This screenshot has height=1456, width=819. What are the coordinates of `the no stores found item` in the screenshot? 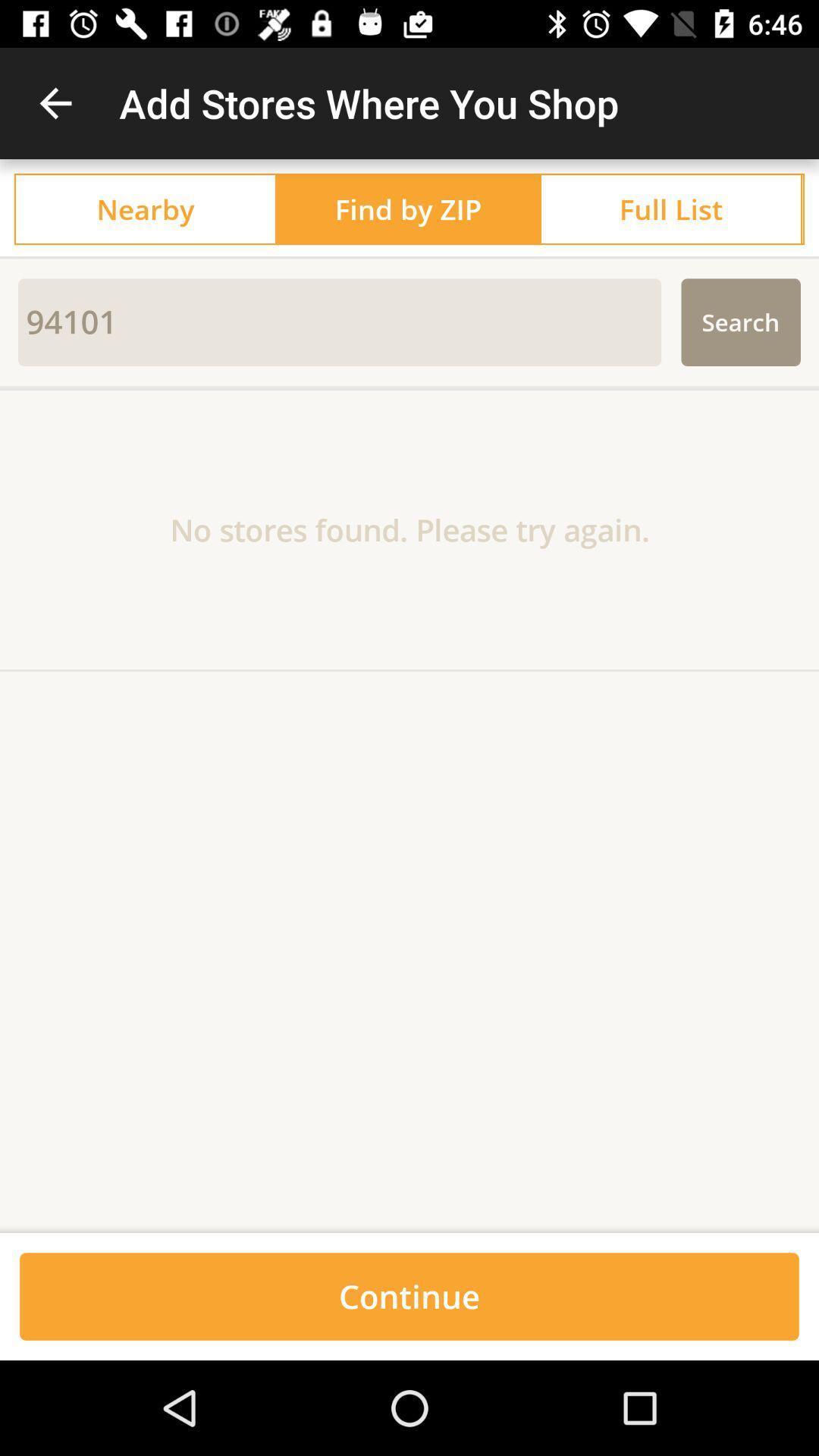 It's located at (409, 529).